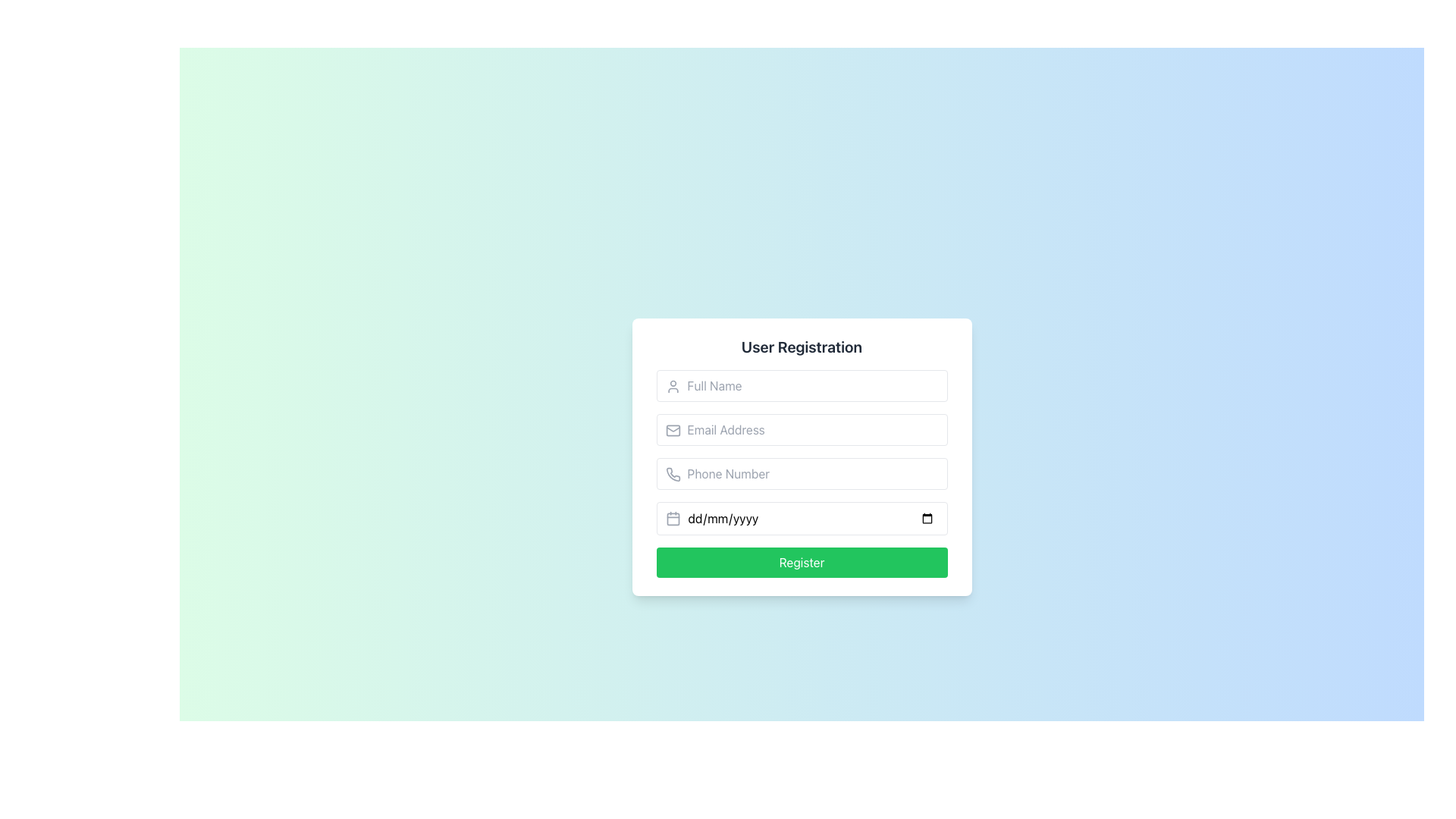  I want to click on the 'Submit' button at the bottom center of the 'User Registration' card, so click(801, 562).